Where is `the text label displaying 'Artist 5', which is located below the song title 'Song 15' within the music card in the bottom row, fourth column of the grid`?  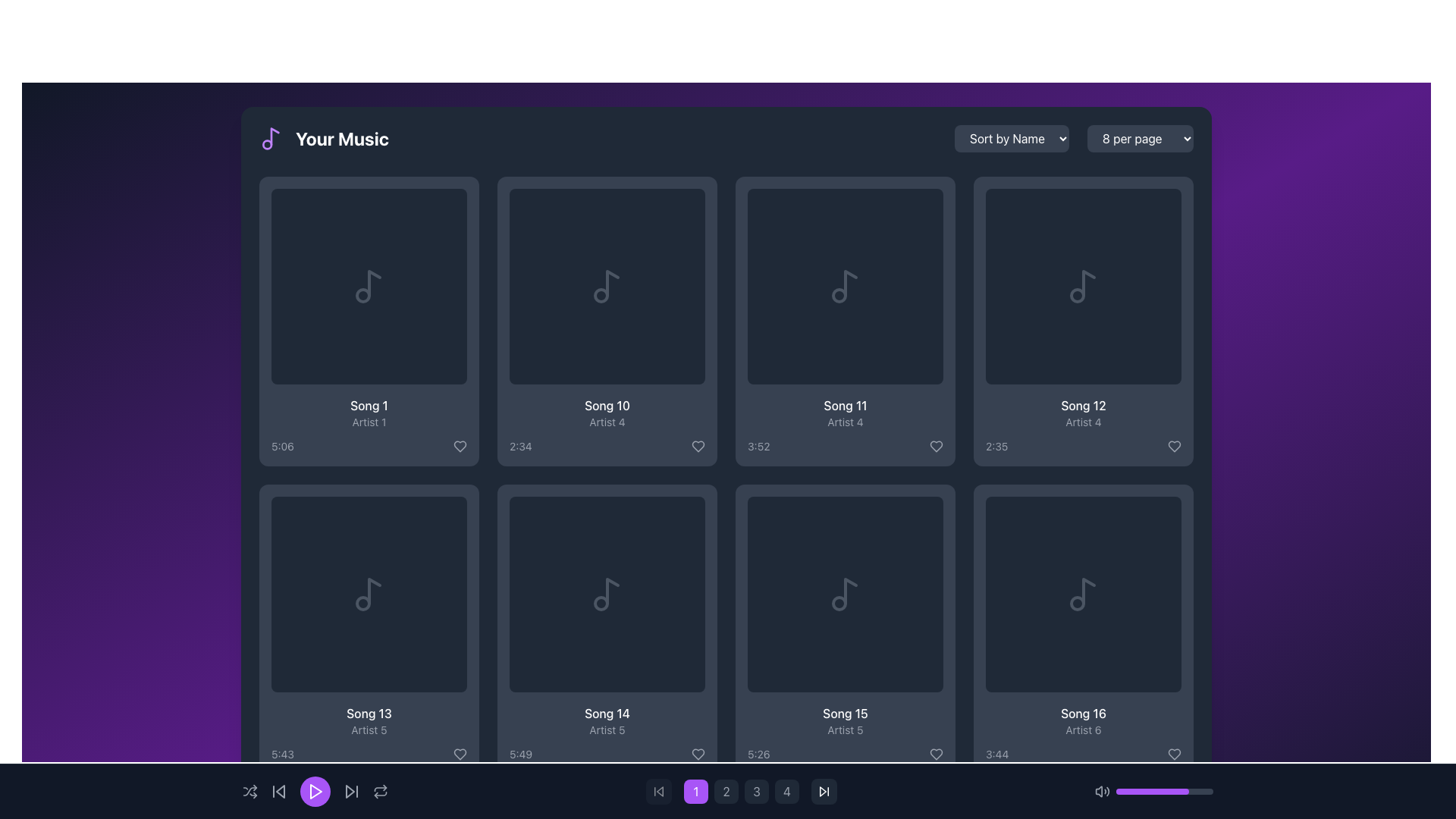 the text label displaying 'Artist 5', which is located below the song title 'Song 15' within the music card in the bottom row, fourth column of the grid is located at coordinates (844, 730).